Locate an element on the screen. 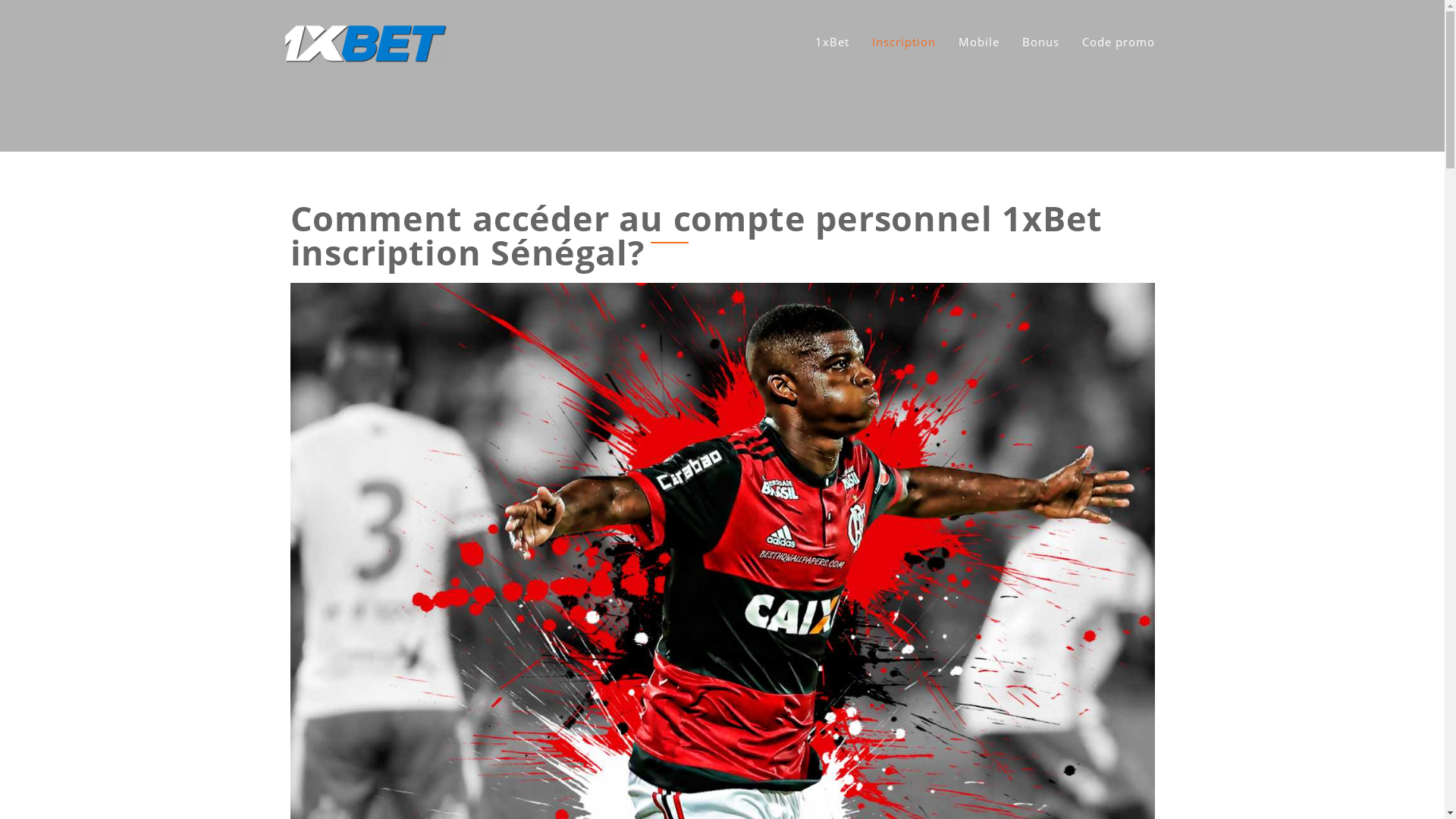 This screenshot has width=1456, height=819. 'Inscription' is located at coordinates (903, 40).